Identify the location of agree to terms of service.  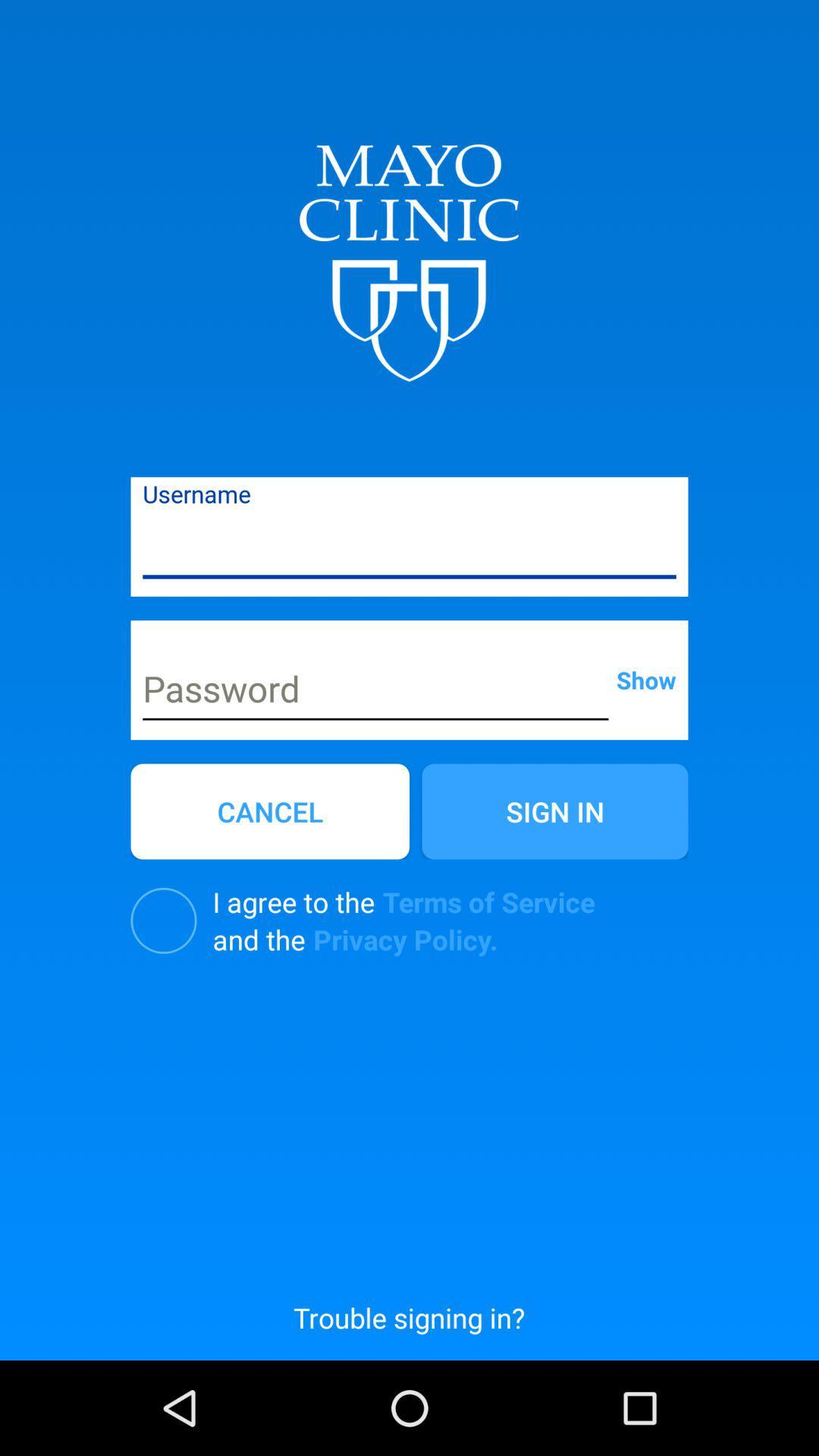
(164, 920).